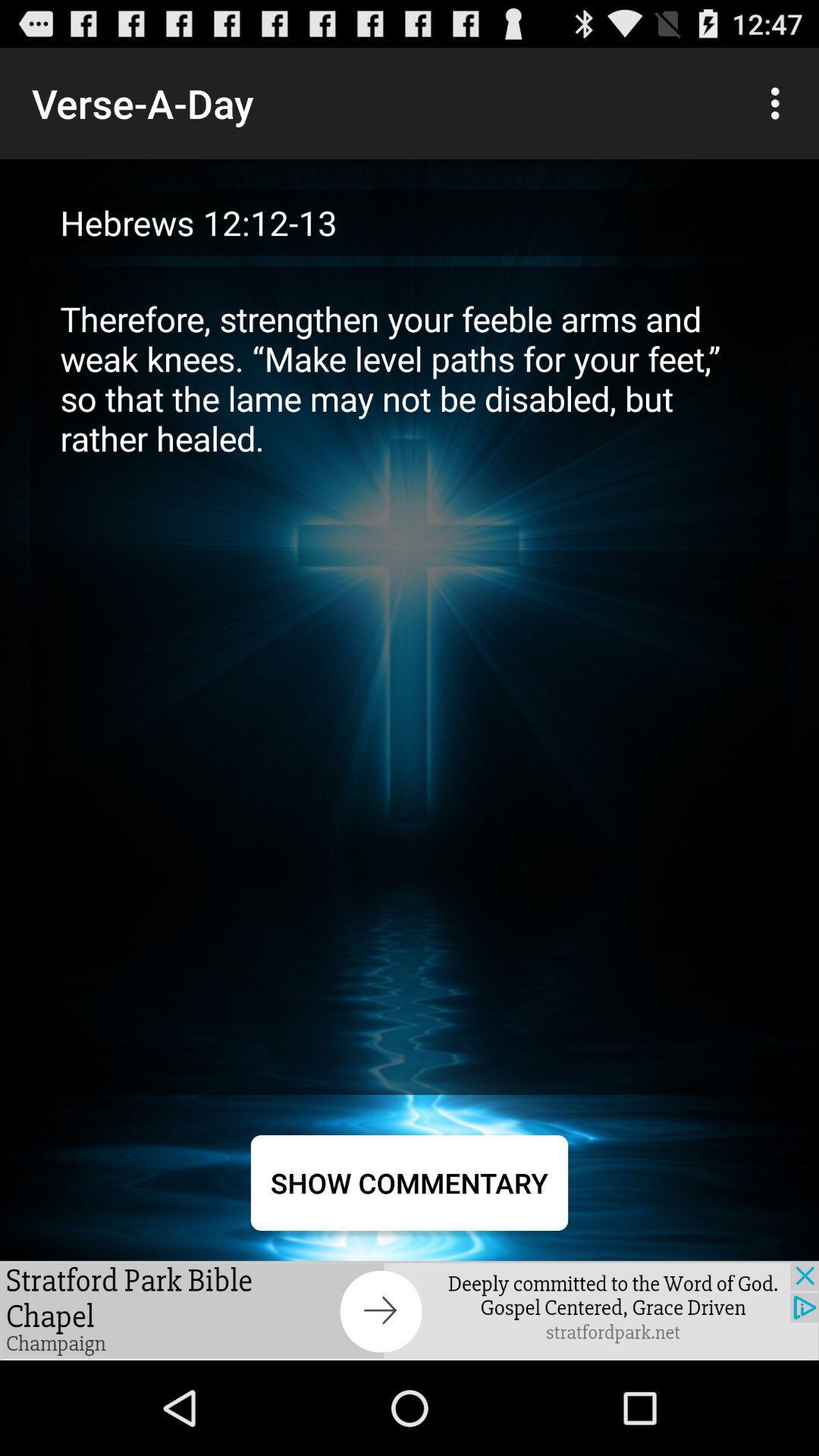  What do you see at coordinates (409, 1182) in the screenshot?
I see `the icon below therefore strengthen your icon` at bounding box center [409, 1182].